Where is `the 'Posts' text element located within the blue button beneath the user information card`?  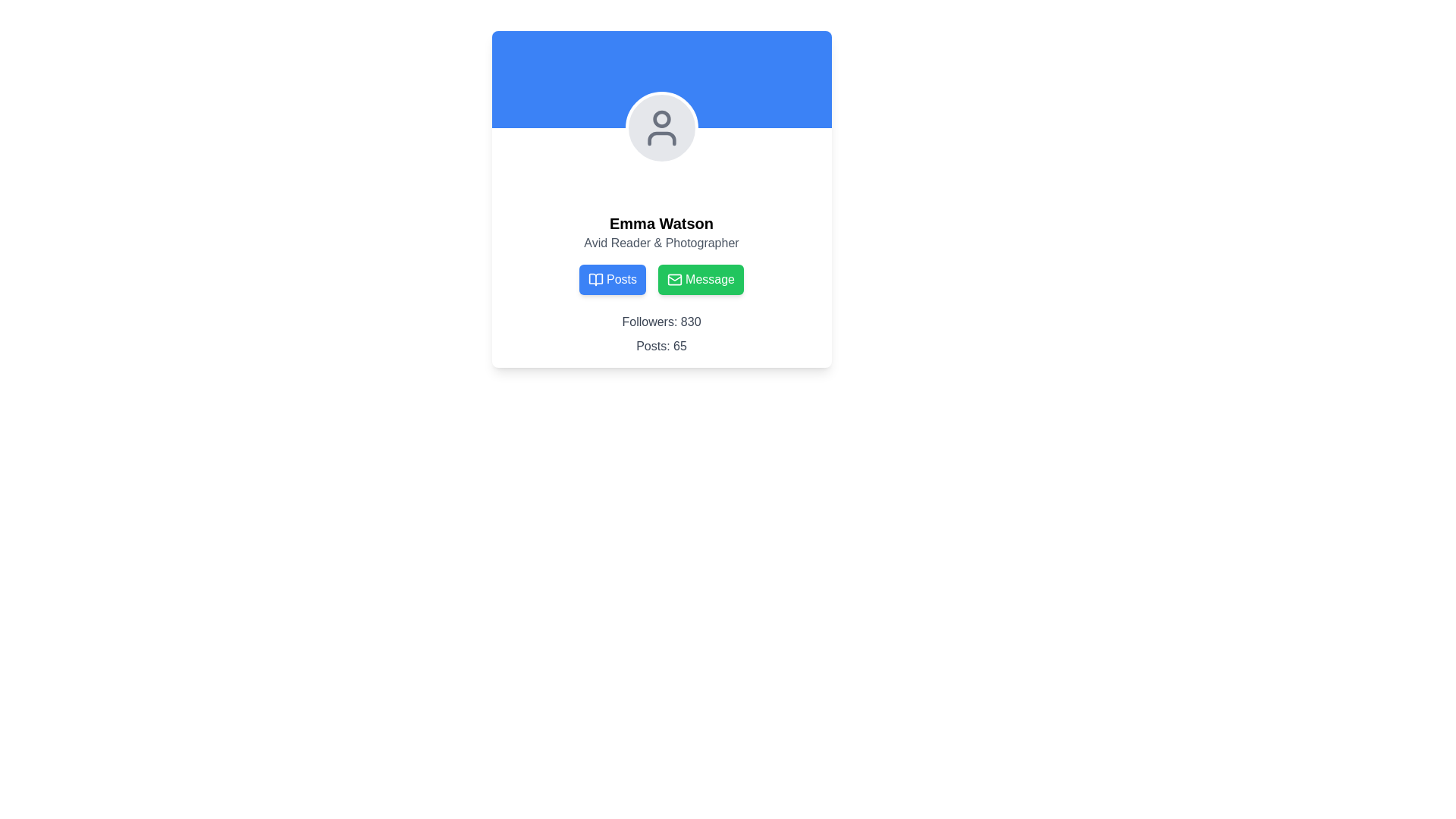 the 'Posts' text element located within the blue button beneath the user information card is located at coordinates (622, 280).